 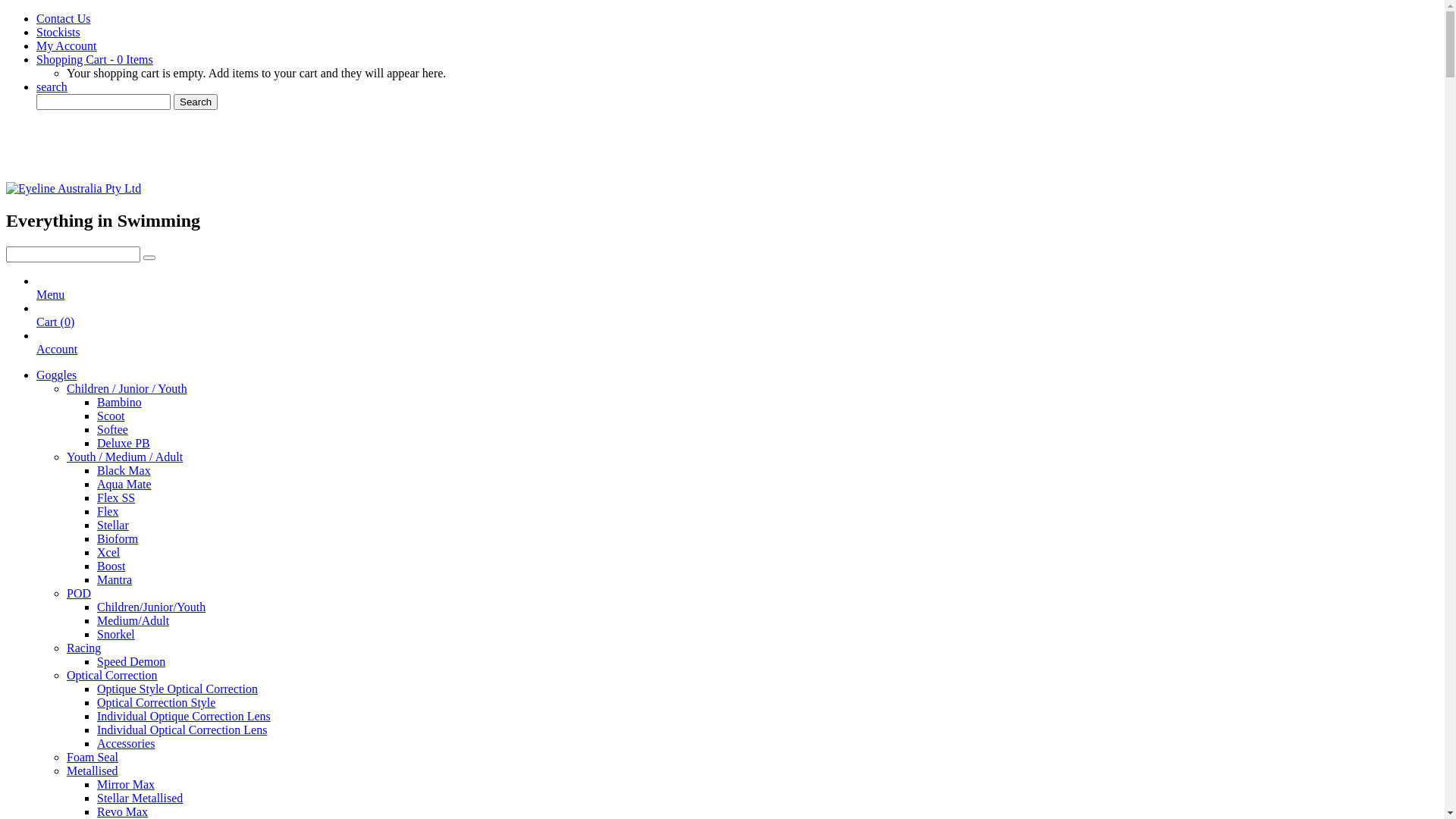 I want to click on 'Account', so click(x=36, y=356).